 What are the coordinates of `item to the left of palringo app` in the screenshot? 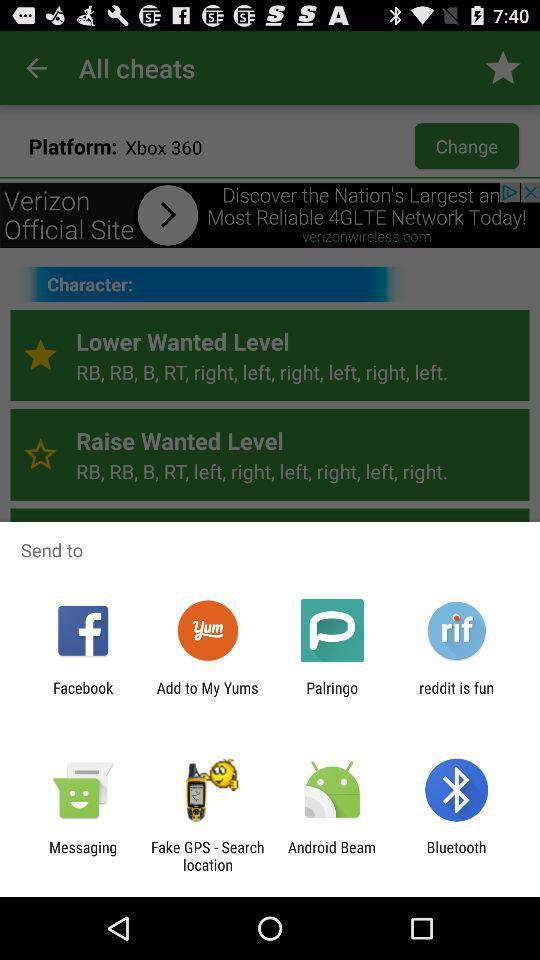 It's located at (206, 696).